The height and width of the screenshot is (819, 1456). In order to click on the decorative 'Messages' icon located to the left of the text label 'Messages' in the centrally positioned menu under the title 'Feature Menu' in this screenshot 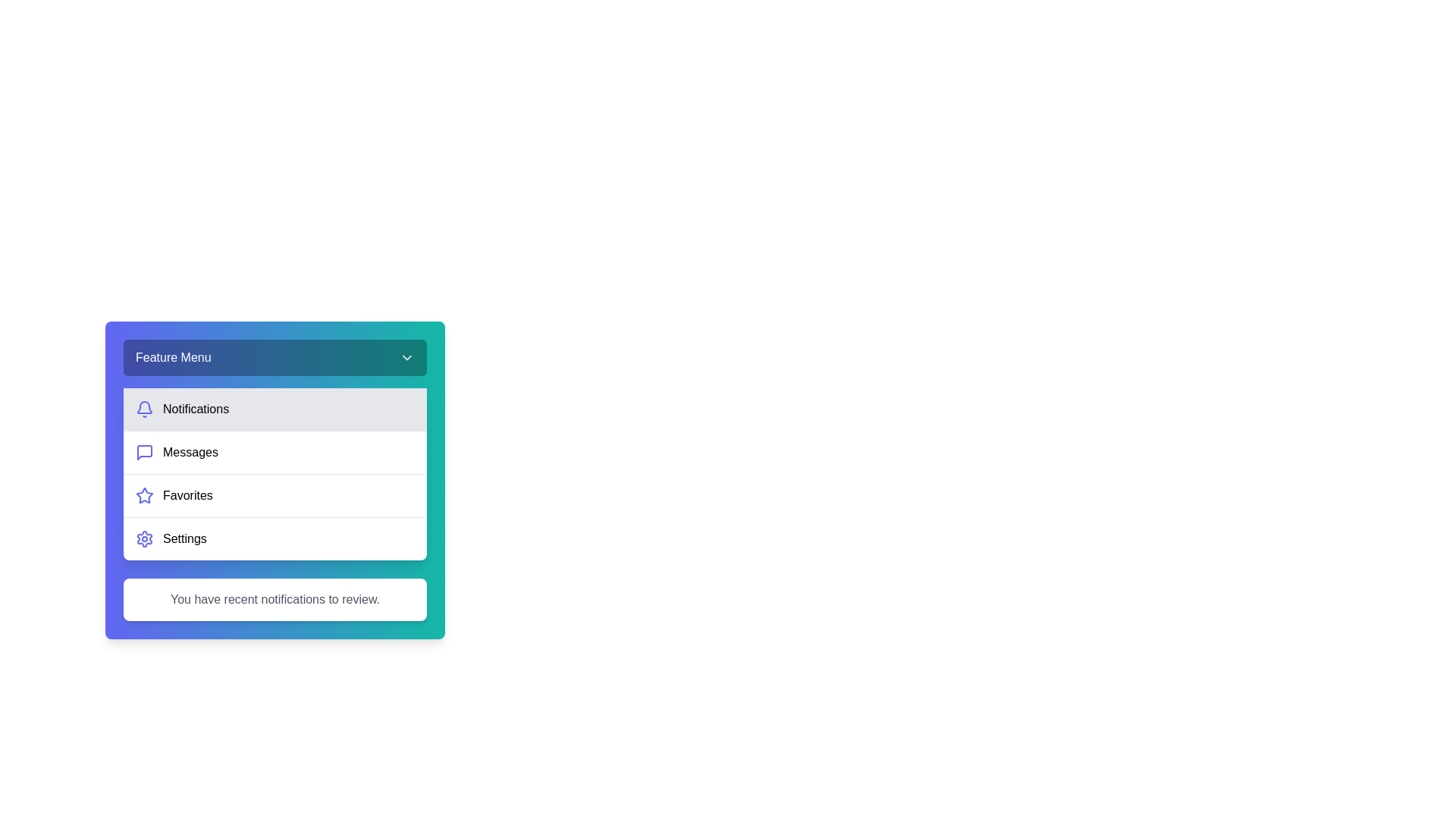, I will do `click(145, 452)`.